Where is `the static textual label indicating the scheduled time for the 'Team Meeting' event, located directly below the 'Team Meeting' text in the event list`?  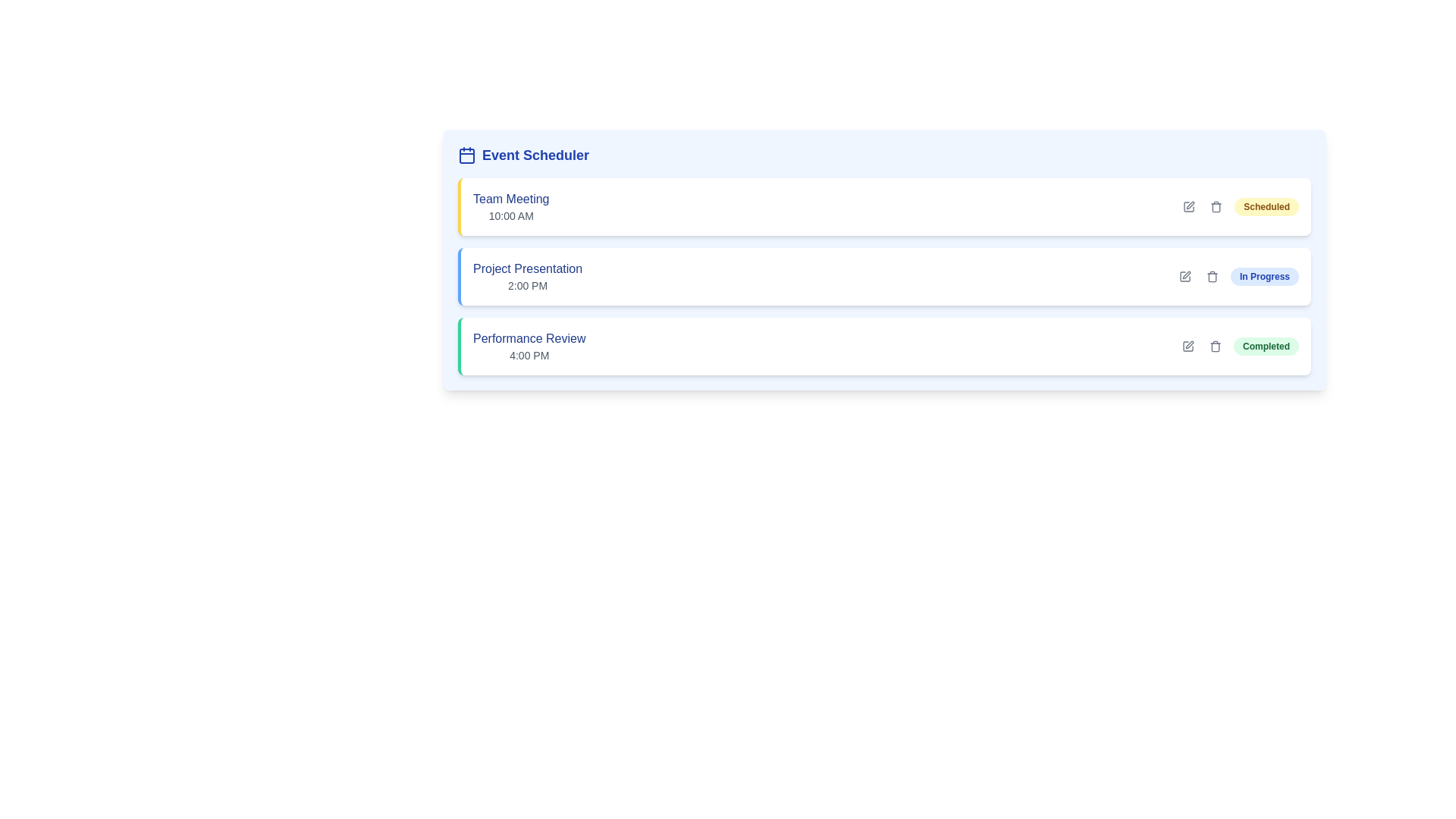
the static textual label indicating the scheduled time for the 'Team Meeting' event, located directly below the 'Team Meeting' text in the event list is located at coordinates (511, 216).